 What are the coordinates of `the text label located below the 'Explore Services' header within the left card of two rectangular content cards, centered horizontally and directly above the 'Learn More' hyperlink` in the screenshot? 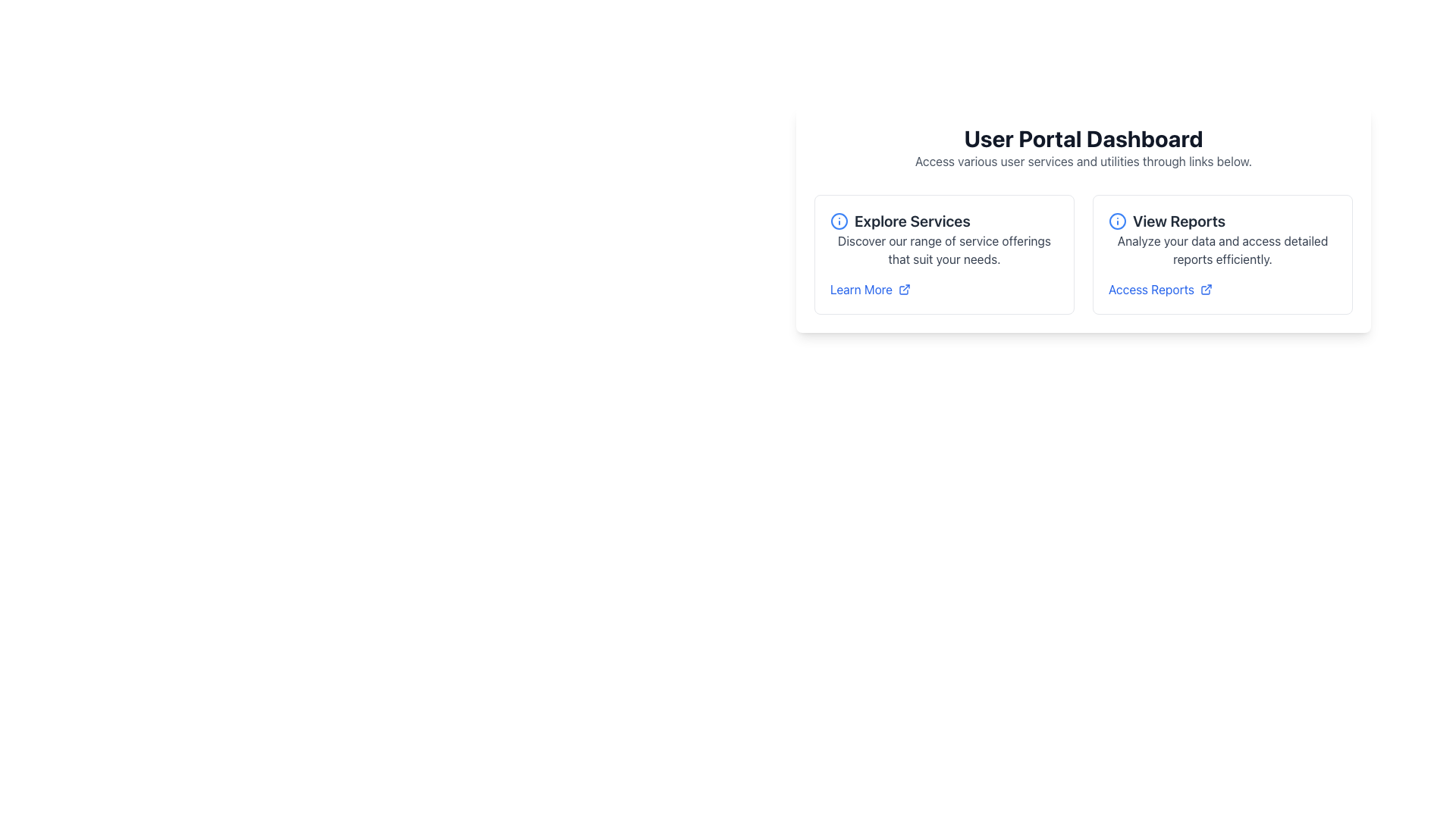 It's located at (943, 249).